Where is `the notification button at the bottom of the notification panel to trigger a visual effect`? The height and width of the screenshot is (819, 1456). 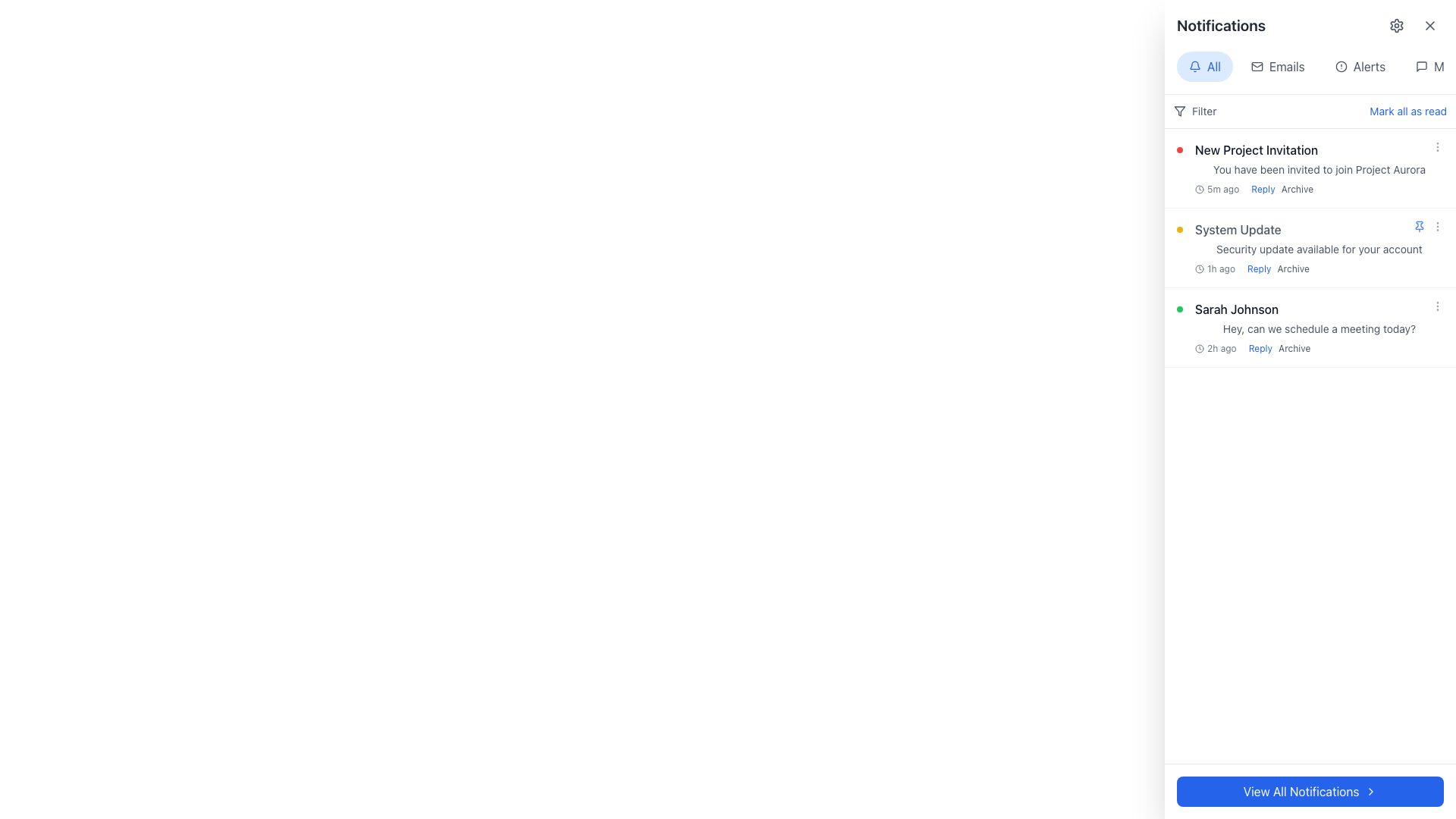
the notification button at the bottom of the notification panel to trigger a visual effect is located at coordinates (1310, 791).